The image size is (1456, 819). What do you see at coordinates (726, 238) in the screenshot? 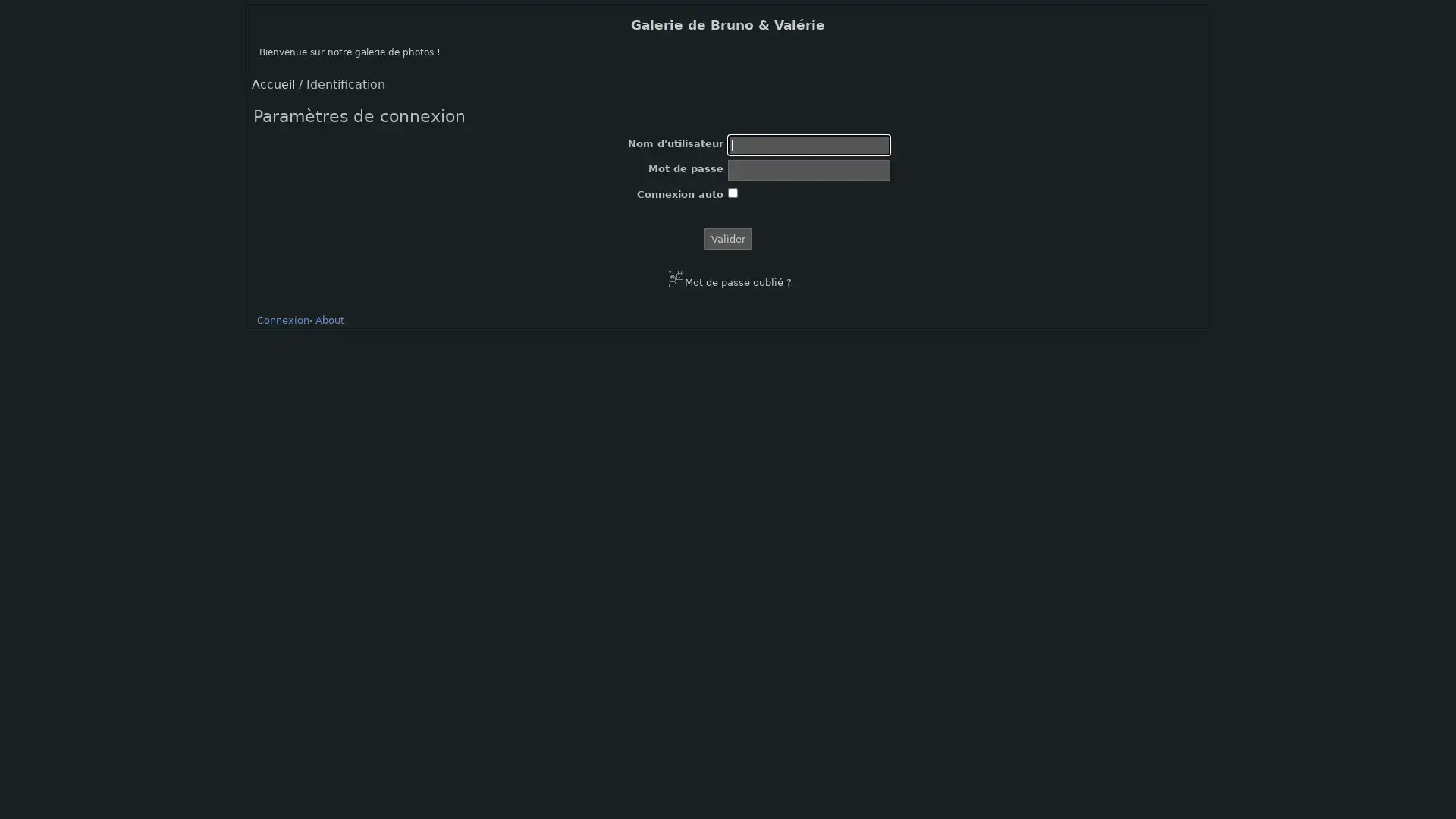
I see `Valider` at bounding box center [726, 238].